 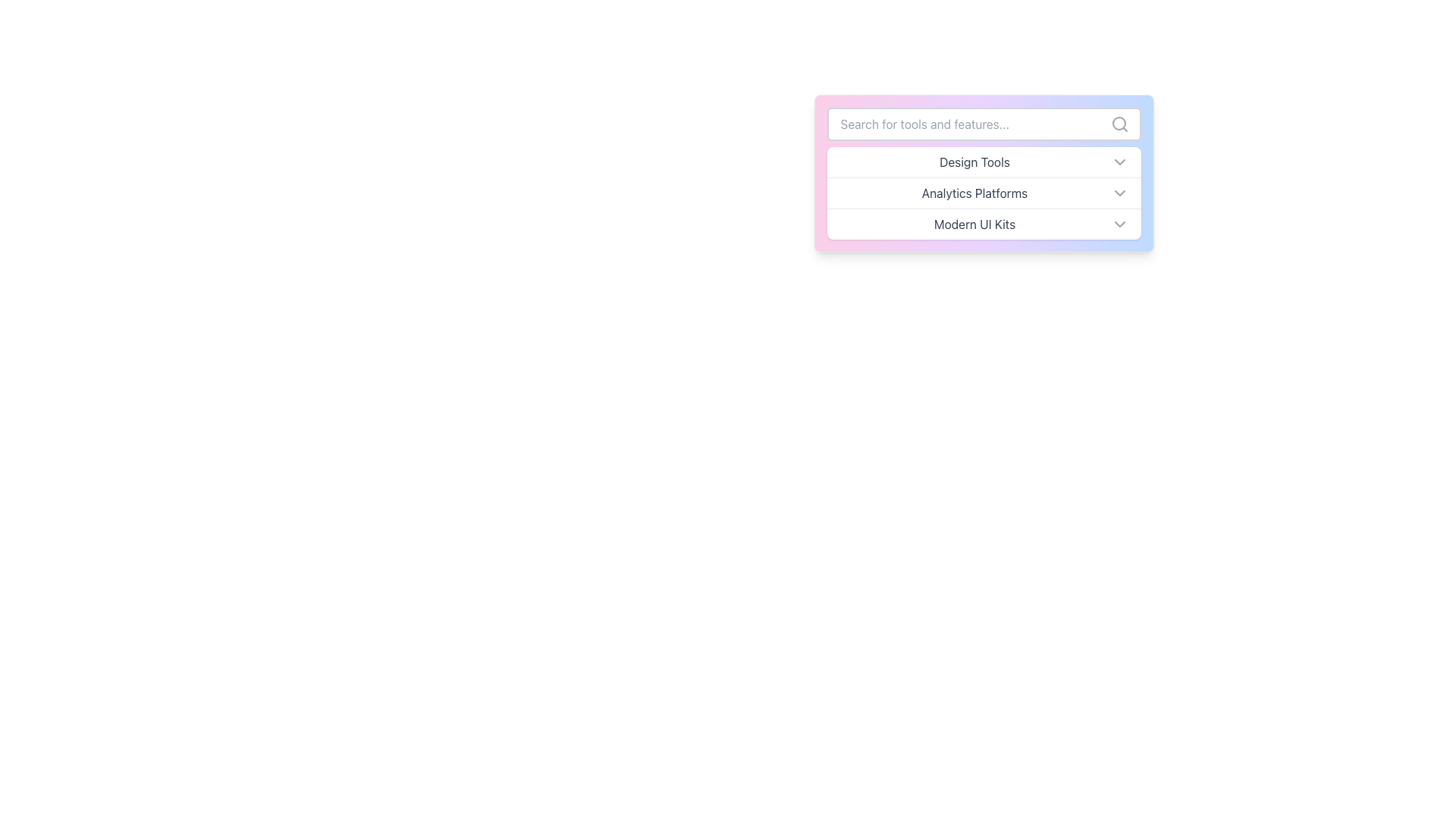 I want to click on the 'Design Tools' option in the dropdown menu, which is the first item and is horizontally centered with a chevron icon to its right, so click(x=974, y=162).